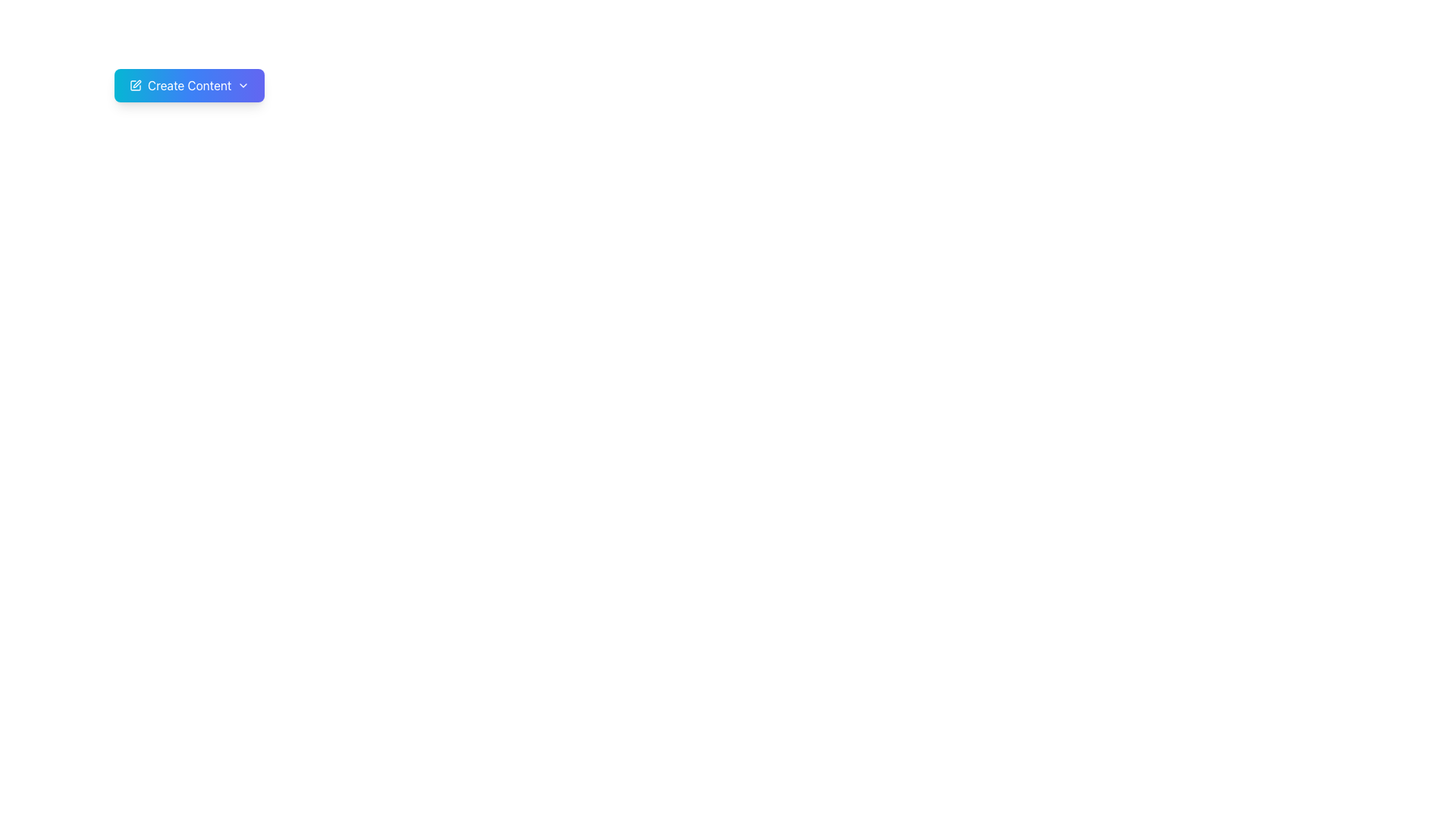  What do you see at coordinates (189, 85) in the screenshot?
I see `the static text component labeled 'Create Content' which indicates the button's functionality for creating content` at bounding box center [189, 85].